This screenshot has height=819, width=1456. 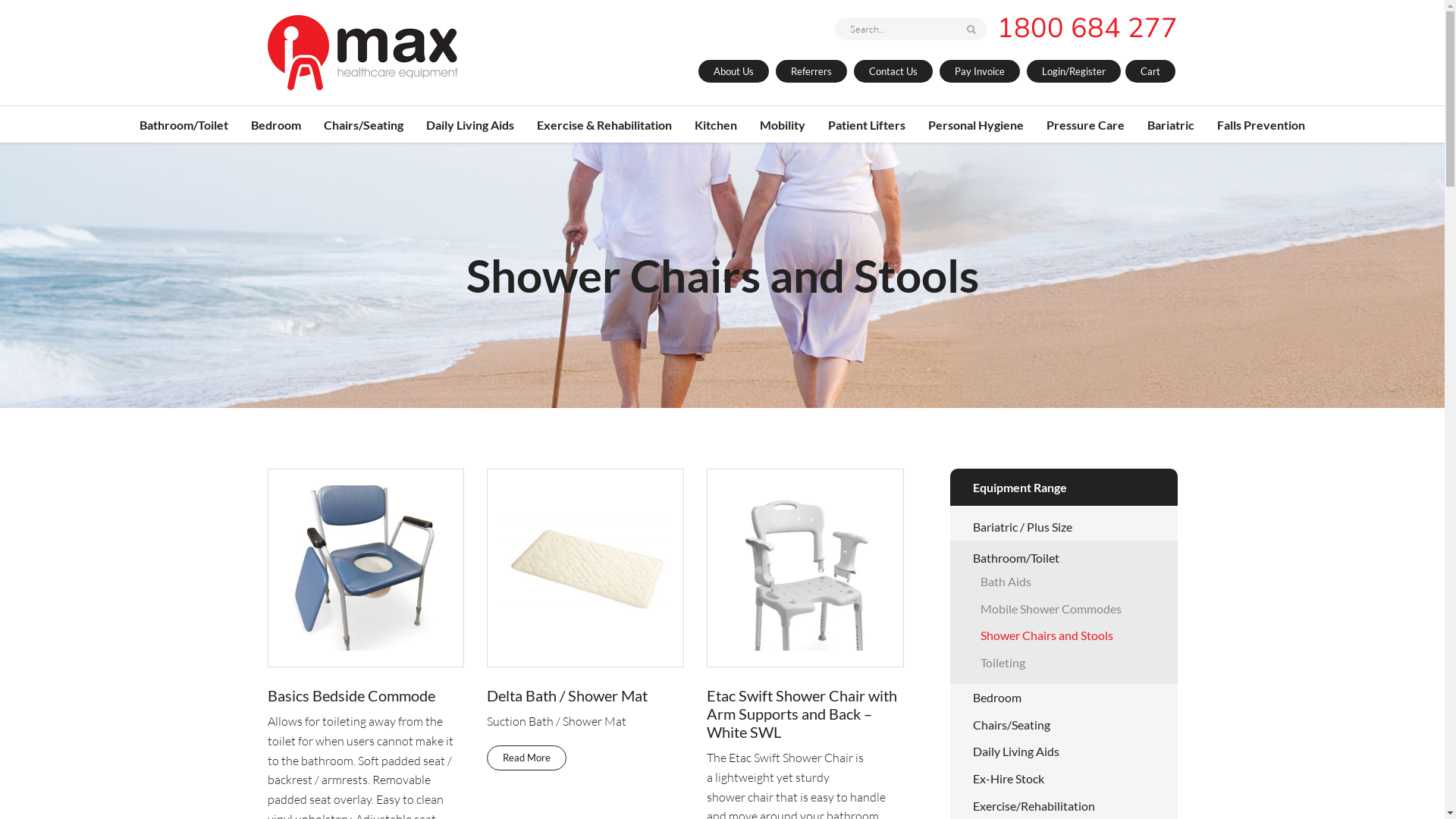 What do you see at coordinates (1011, 723) in the screenshot?
I see `'Chairs/Seating'` at bounding box center [1011, 723].